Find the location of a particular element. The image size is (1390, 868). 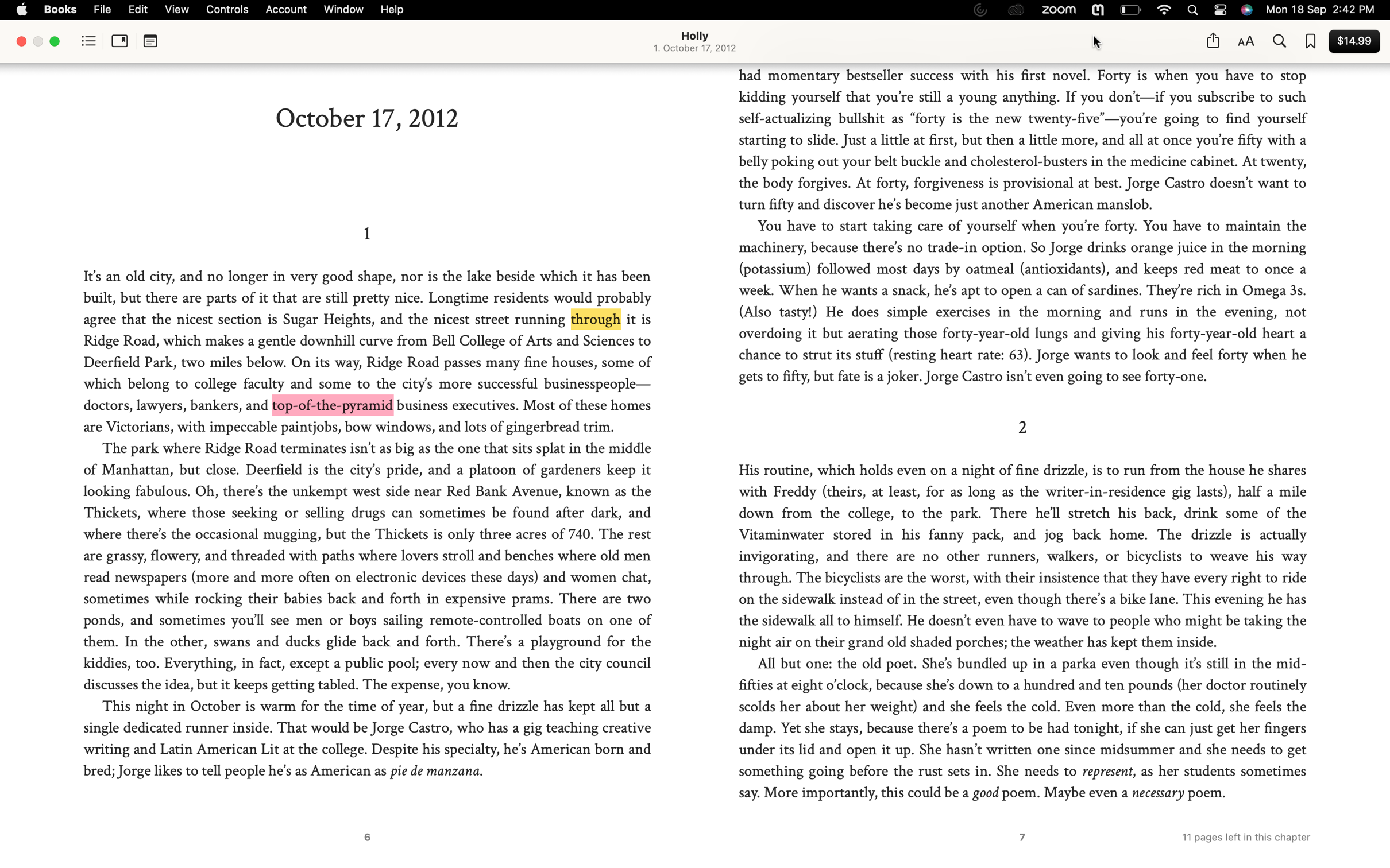

Scroll down to see the next chapter is located at coordinates (289815, 87234).